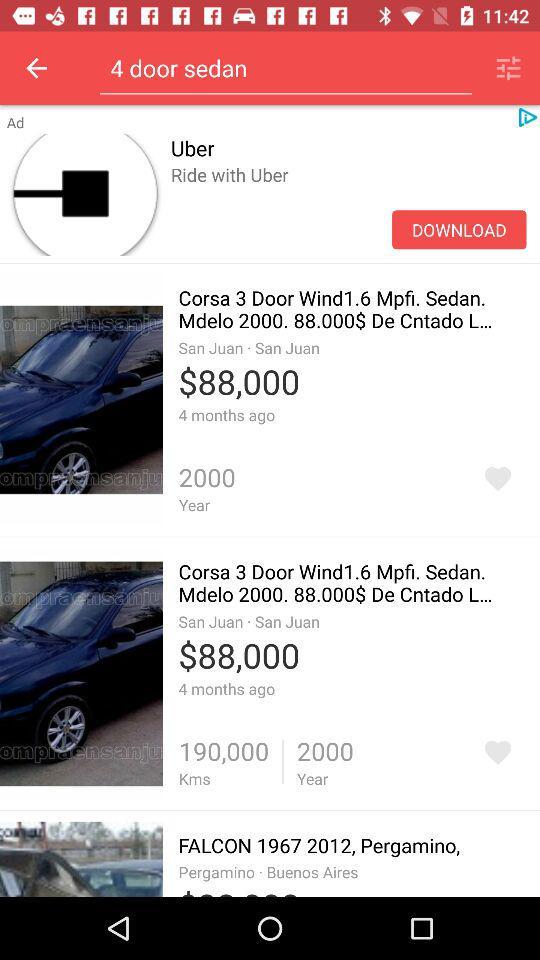  What do you see at coordinates (508, 68) in the screenshot?
I see `item to the right of the 4 door sedan icon` at bounding box center [508, 68].